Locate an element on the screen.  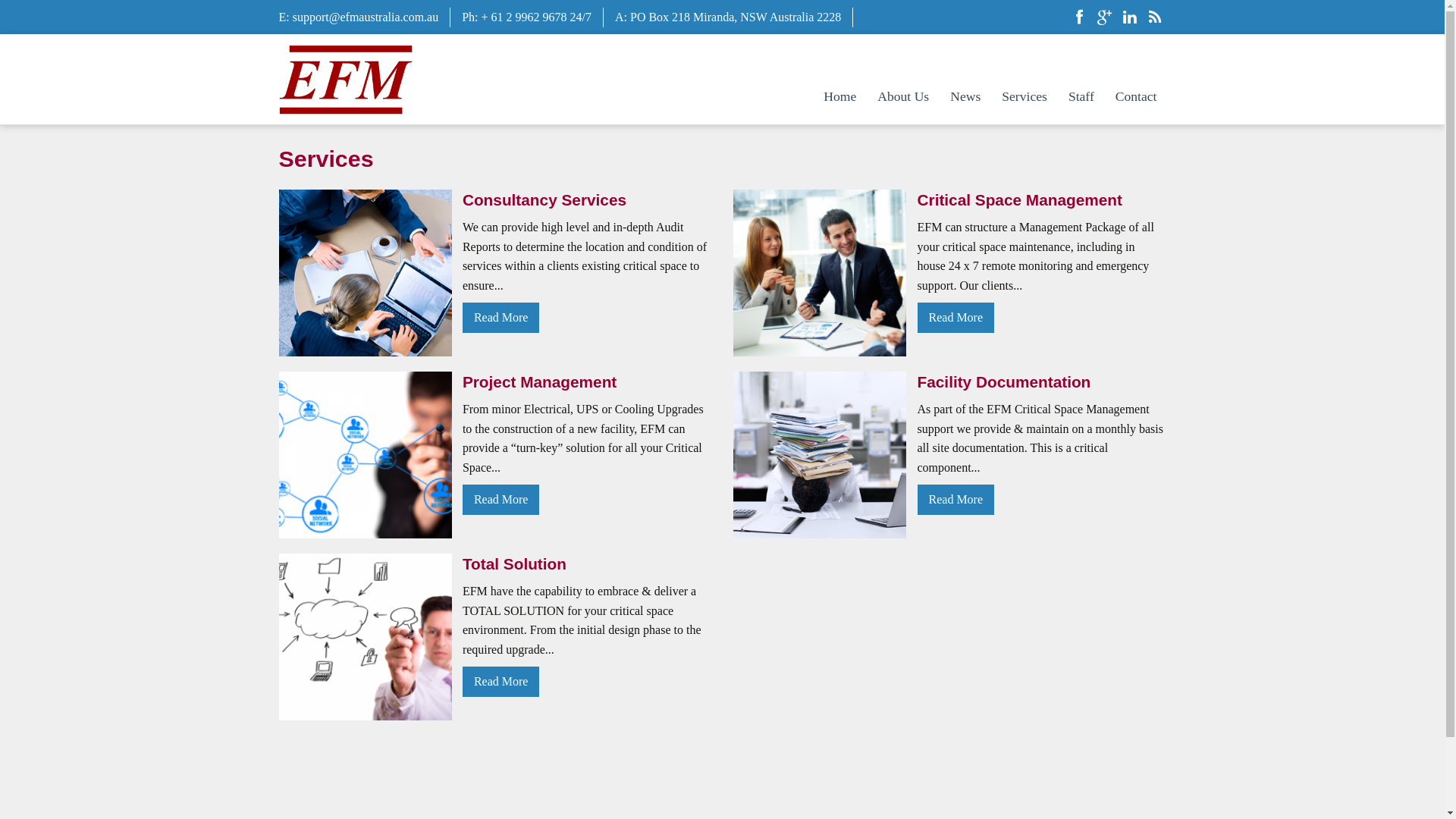
'Facility Documentation' is located at coordinates (1040, 381).